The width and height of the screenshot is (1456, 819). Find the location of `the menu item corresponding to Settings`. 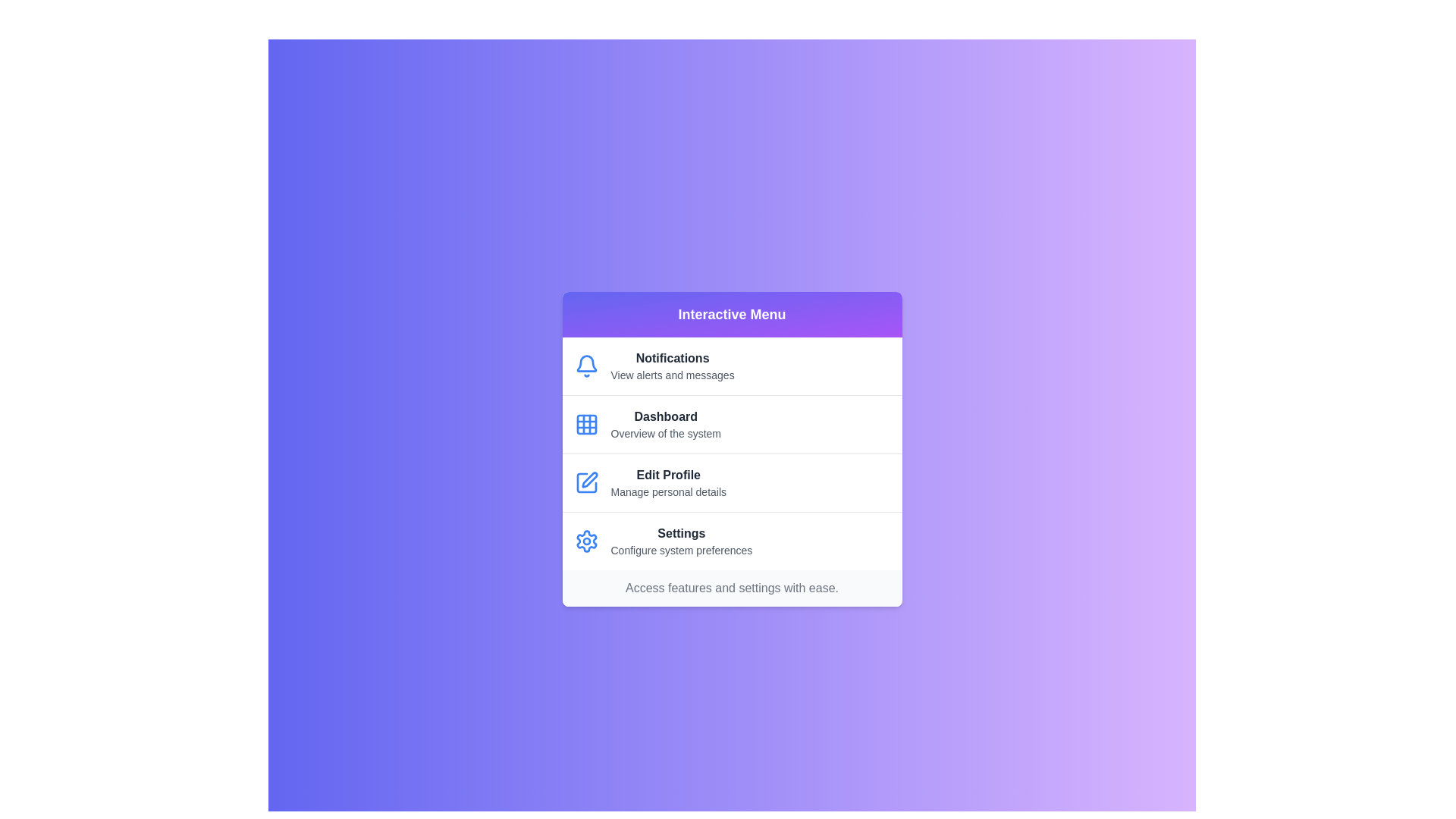

the menu item corresponding to Settings is located at coordinates (732, 540).